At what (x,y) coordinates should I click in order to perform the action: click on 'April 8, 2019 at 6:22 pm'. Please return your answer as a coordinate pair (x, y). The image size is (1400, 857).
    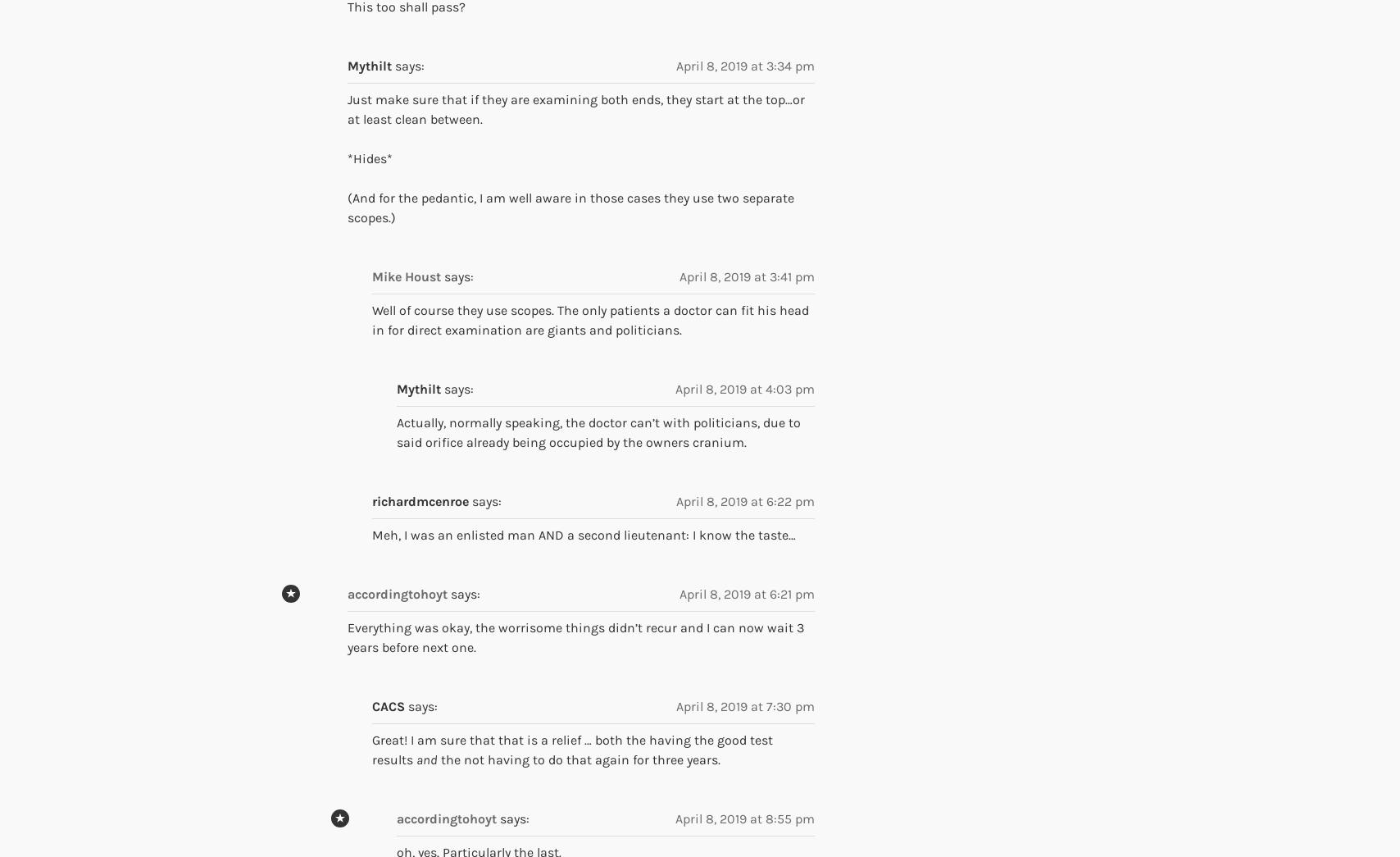
    Looking at the image, I should click on (745, 499).